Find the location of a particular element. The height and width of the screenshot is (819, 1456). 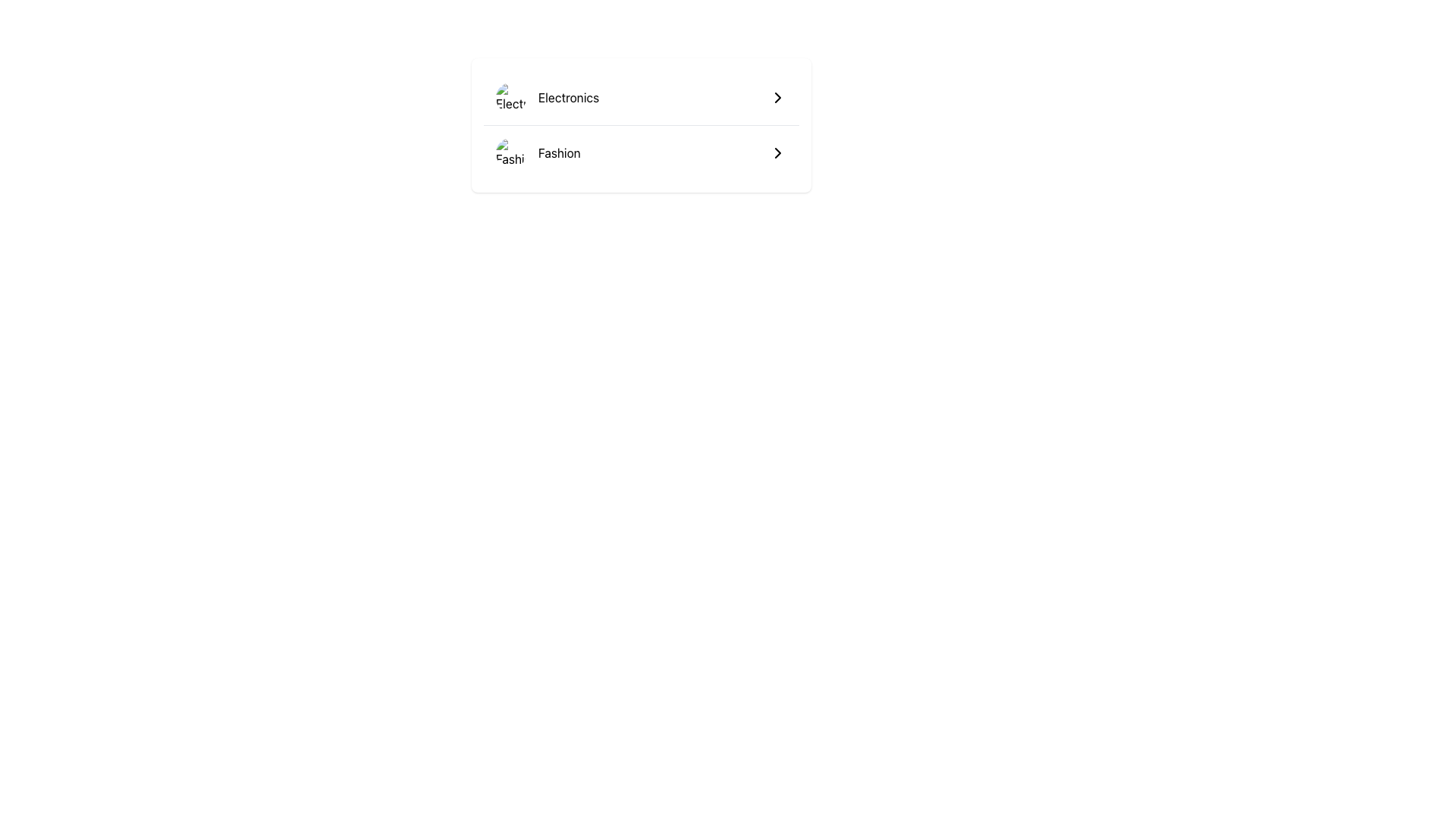

the navigational button/icon located to the right of the 'Electronics' text label is located at coordinates (778, 97).